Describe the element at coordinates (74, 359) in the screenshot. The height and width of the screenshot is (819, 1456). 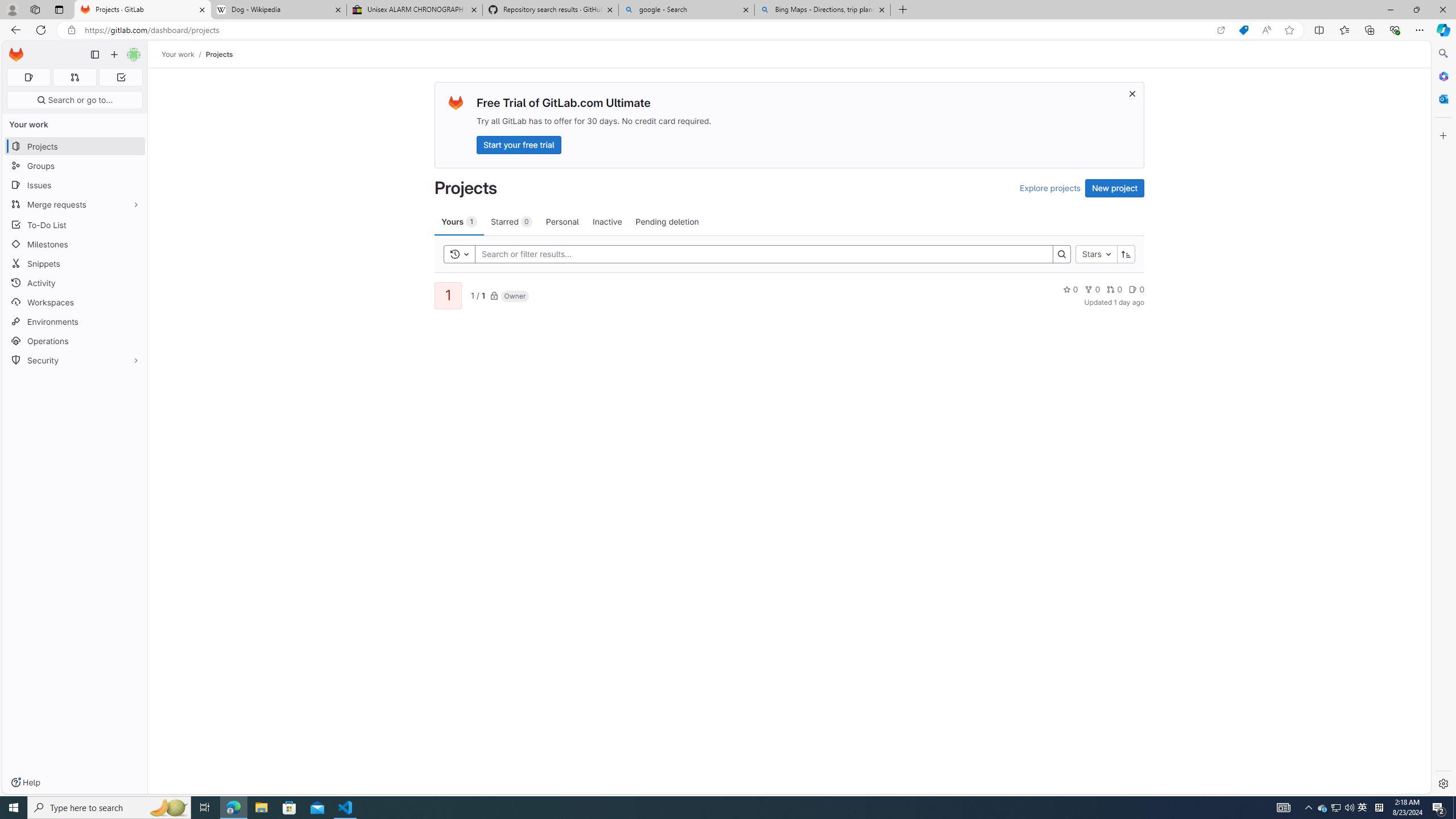
I see `'Security'` at that location.